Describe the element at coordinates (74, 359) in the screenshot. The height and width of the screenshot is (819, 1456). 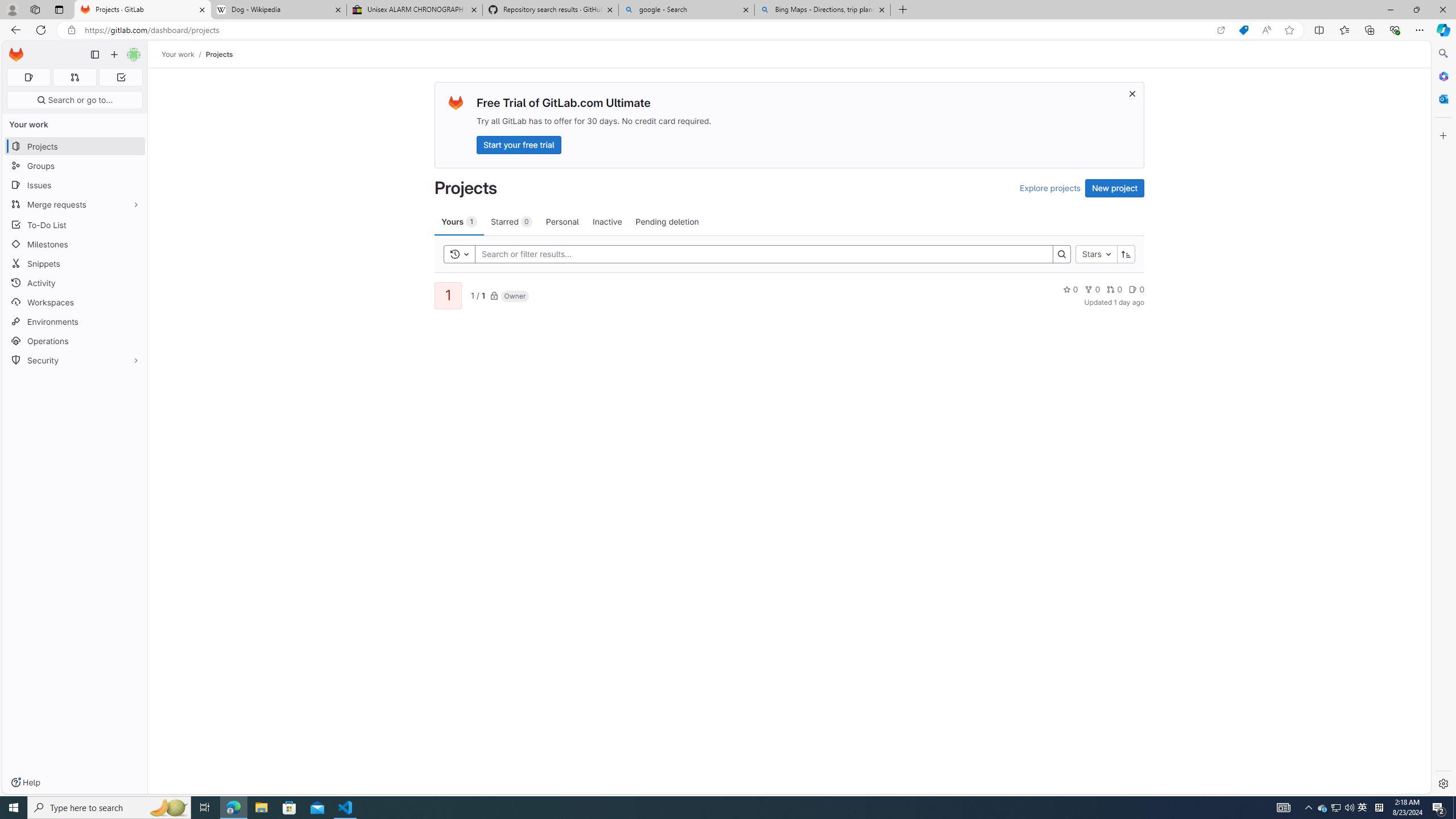
I see `'Security'` at that location.